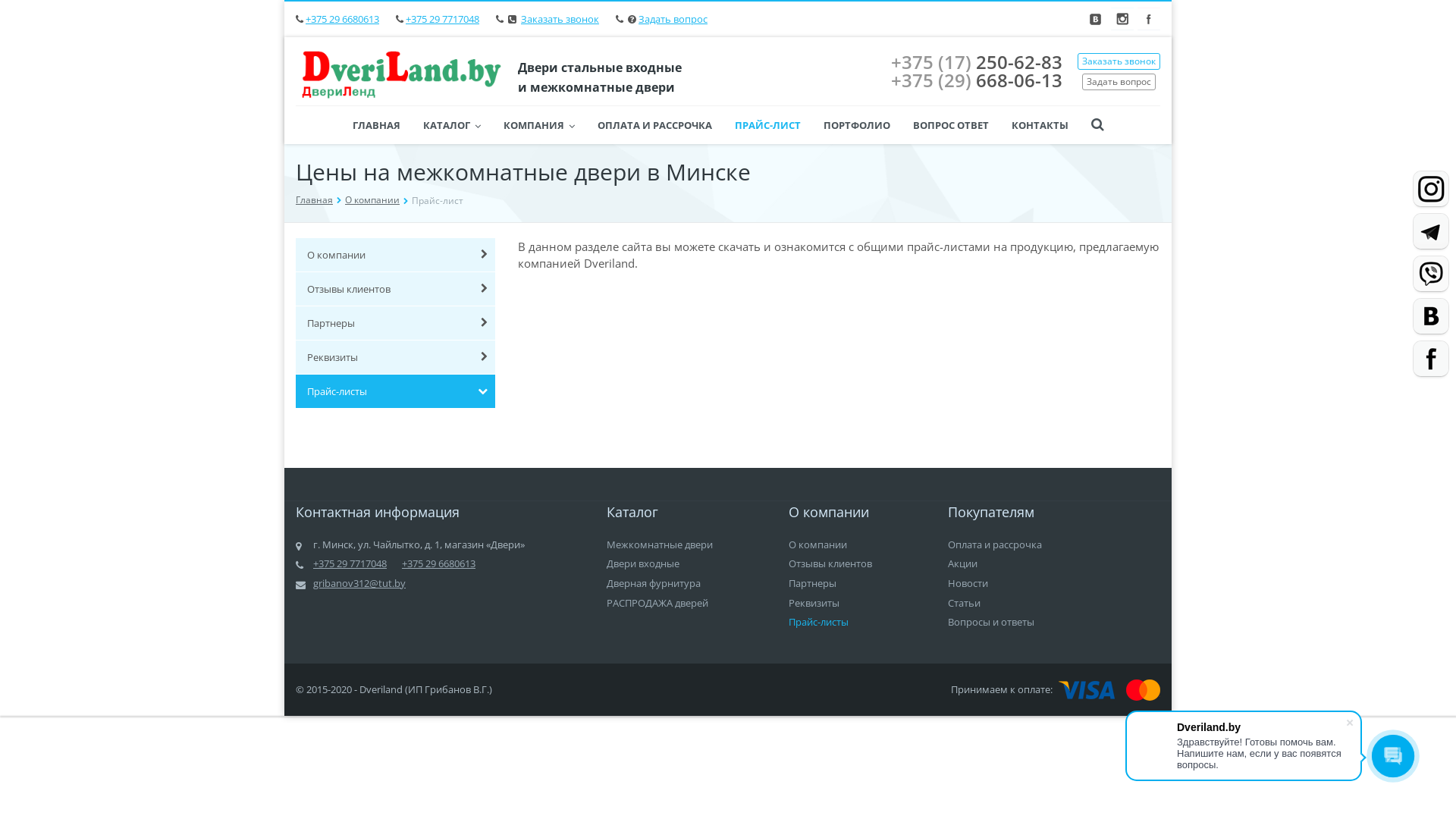  What do you see at coordinates (312, 582) in the screenshot?
I see `'gribanov312@tut.by'` at bounding box center [312, 582].